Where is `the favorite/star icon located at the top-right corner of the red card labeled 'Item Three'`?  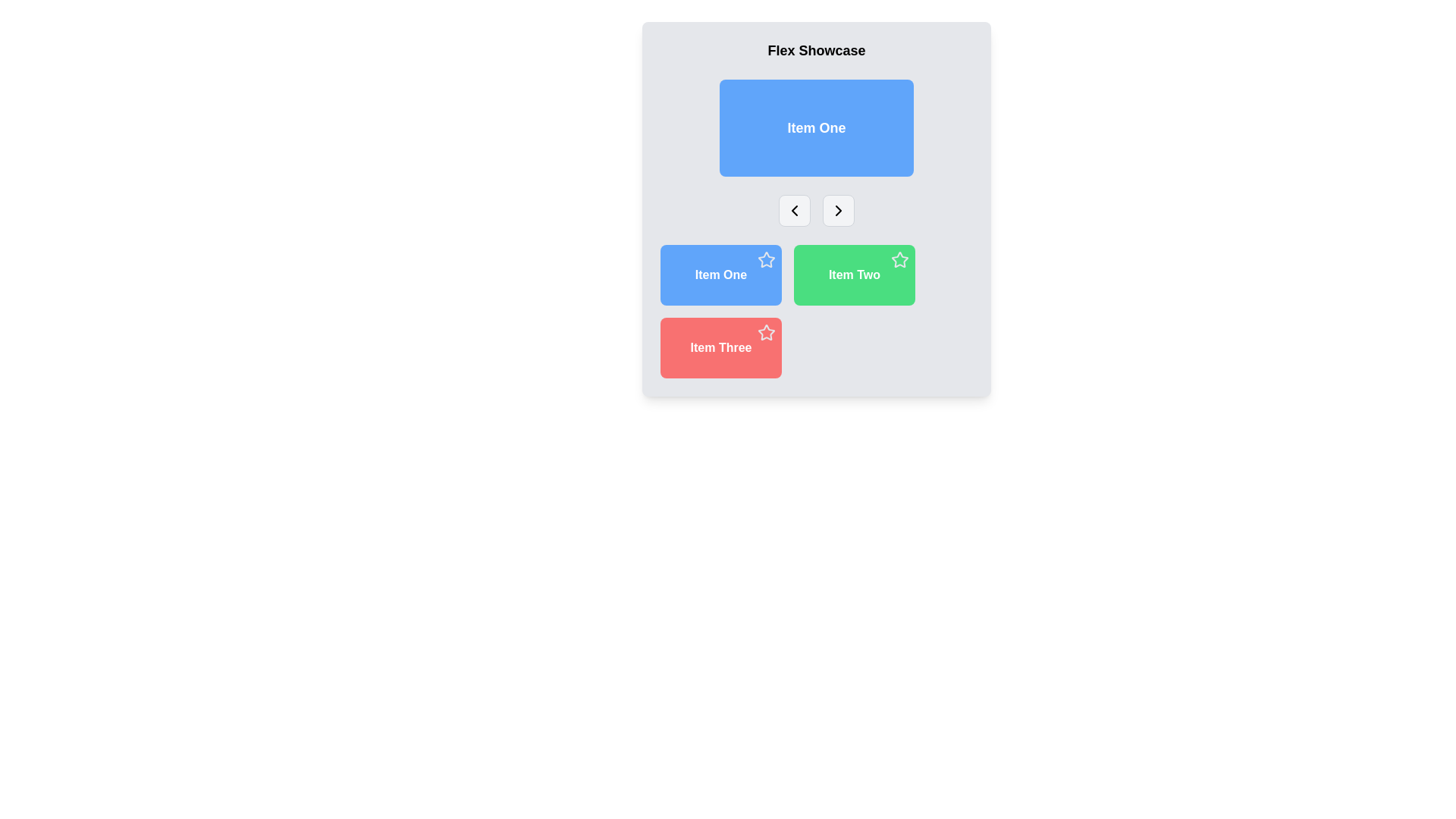 the favorite/star icon located at the top-right corner of the red card labeled 'Item Three' is located at coordinates (767, 332).